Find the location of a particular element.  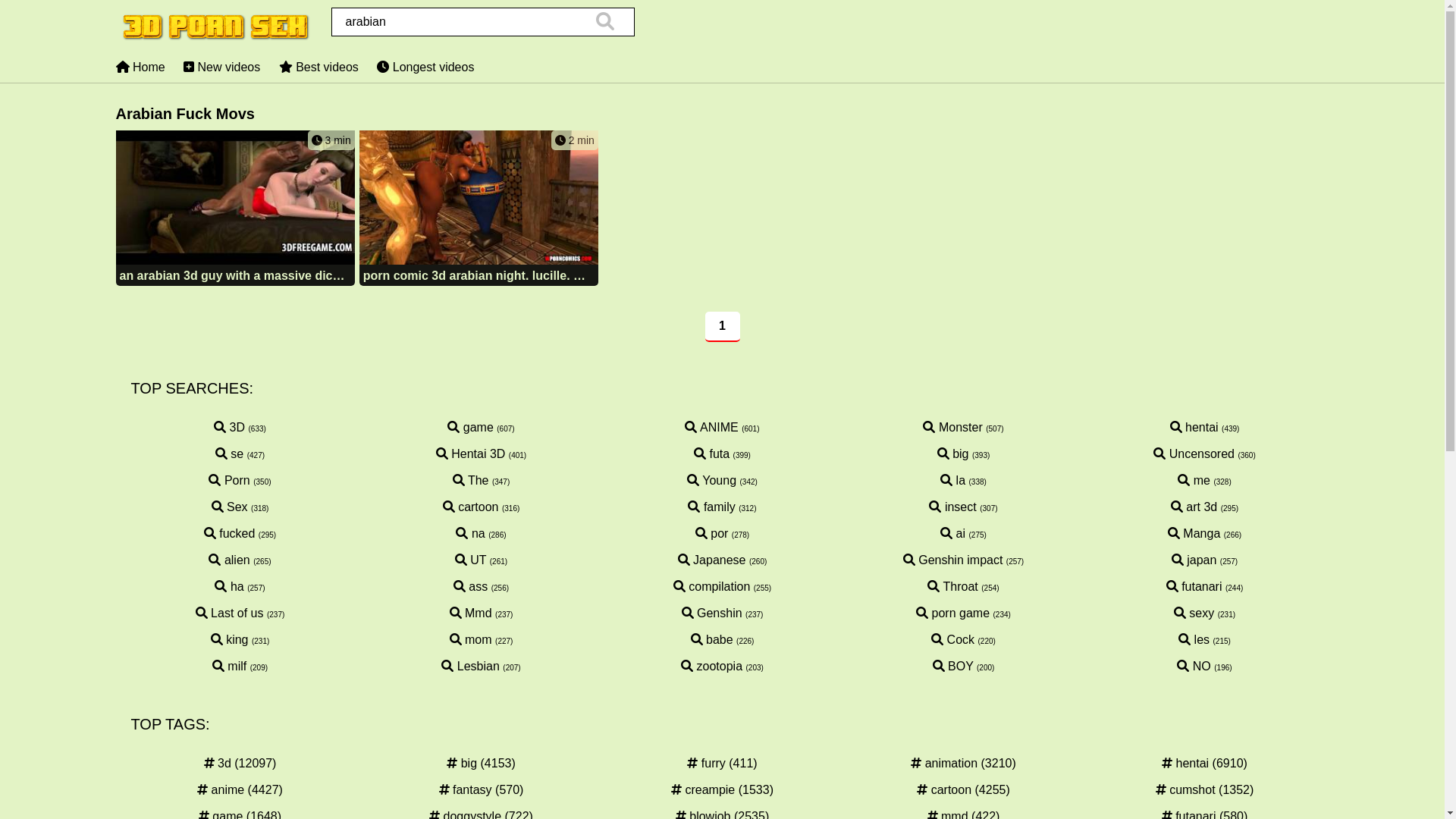

'2 min is located at coordinates (478, 209).